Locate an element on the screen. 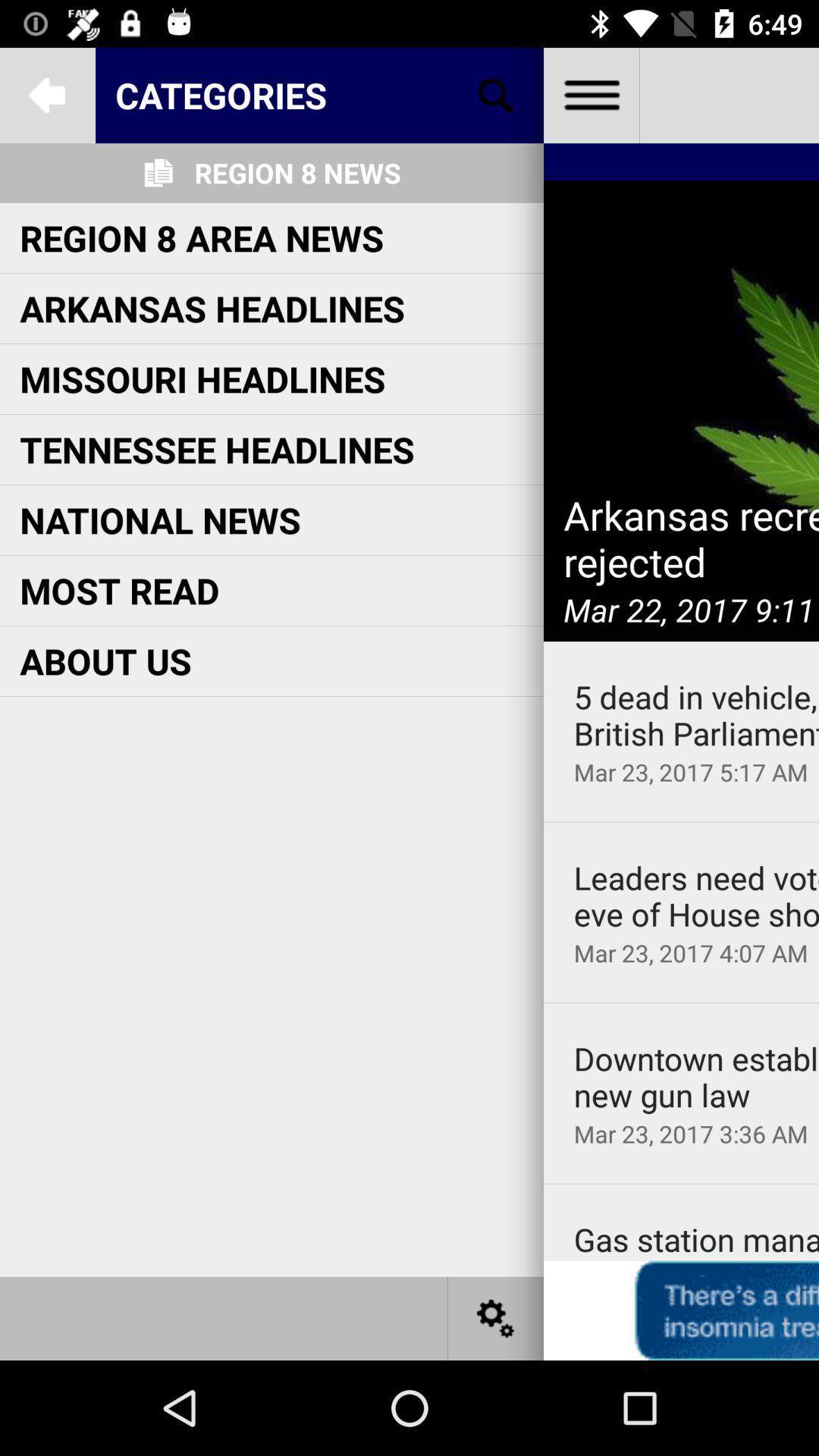  the arrow_backward icon is located at coordinates (46, 94).